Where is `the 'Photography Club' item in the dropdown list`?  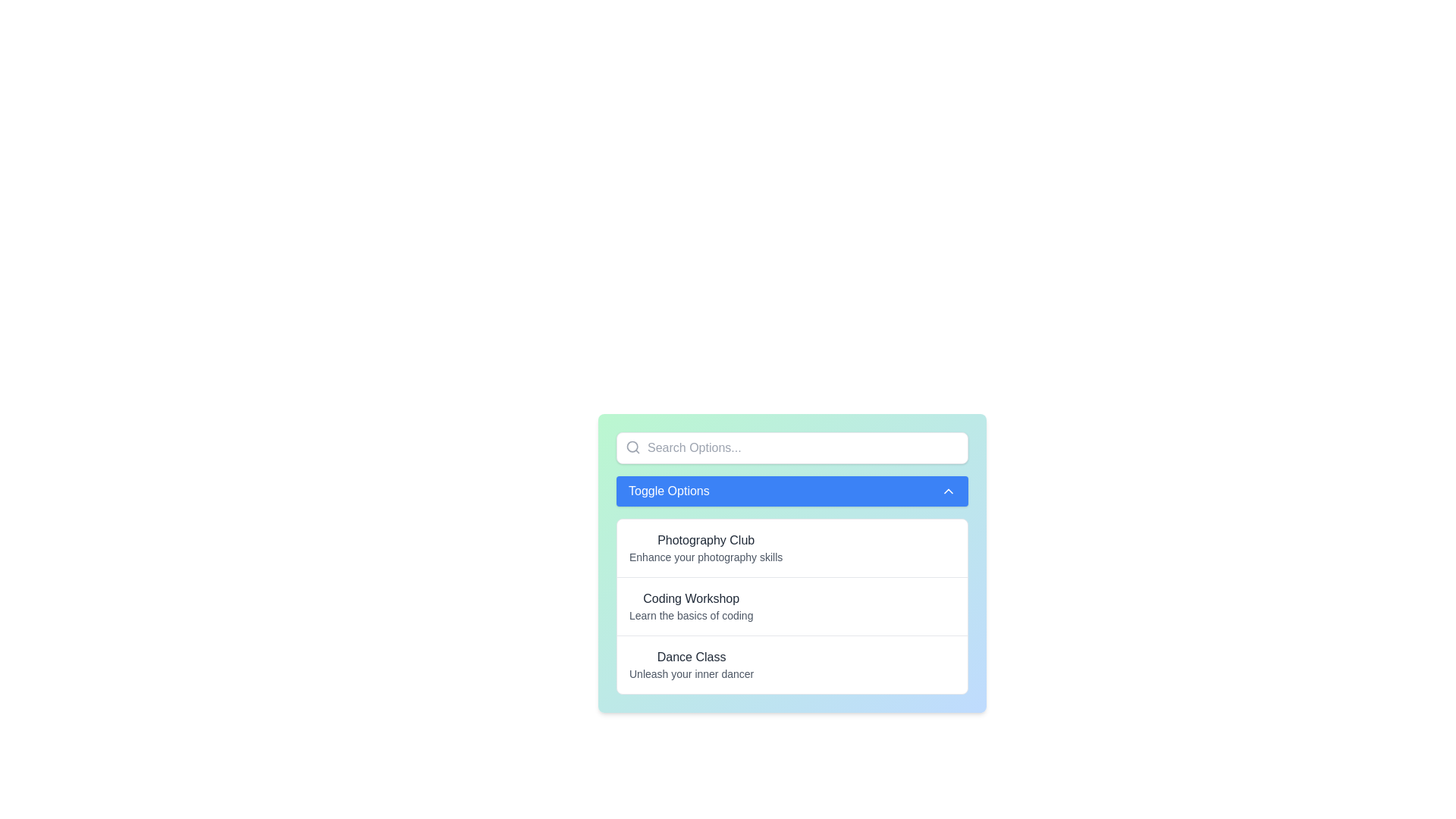 the 'Photography Club' item in the dropdown list is located at coordinates (705, 548).